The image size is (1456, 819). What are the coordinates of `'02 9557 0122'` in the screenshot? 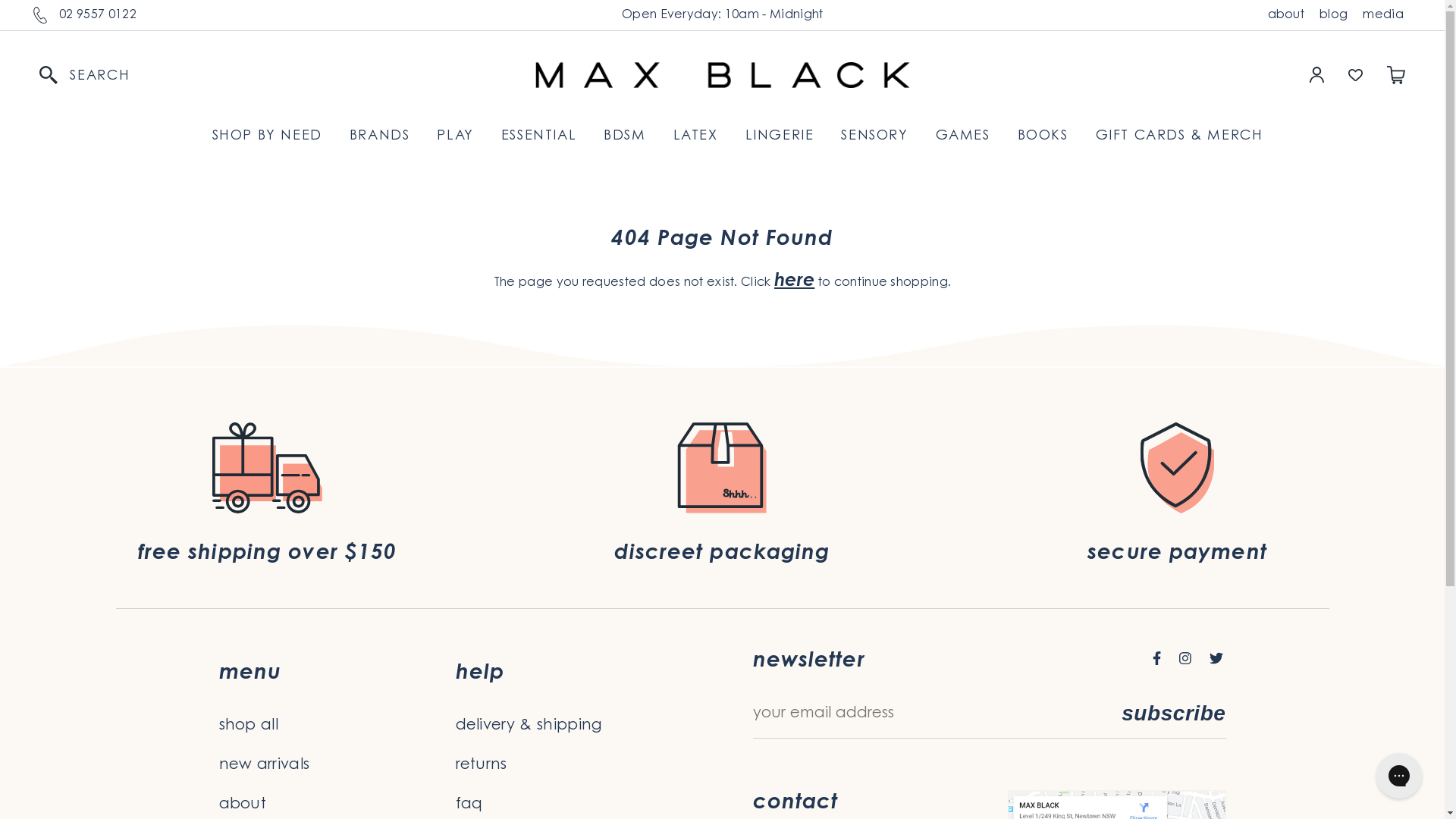 It's located at (97, 14).